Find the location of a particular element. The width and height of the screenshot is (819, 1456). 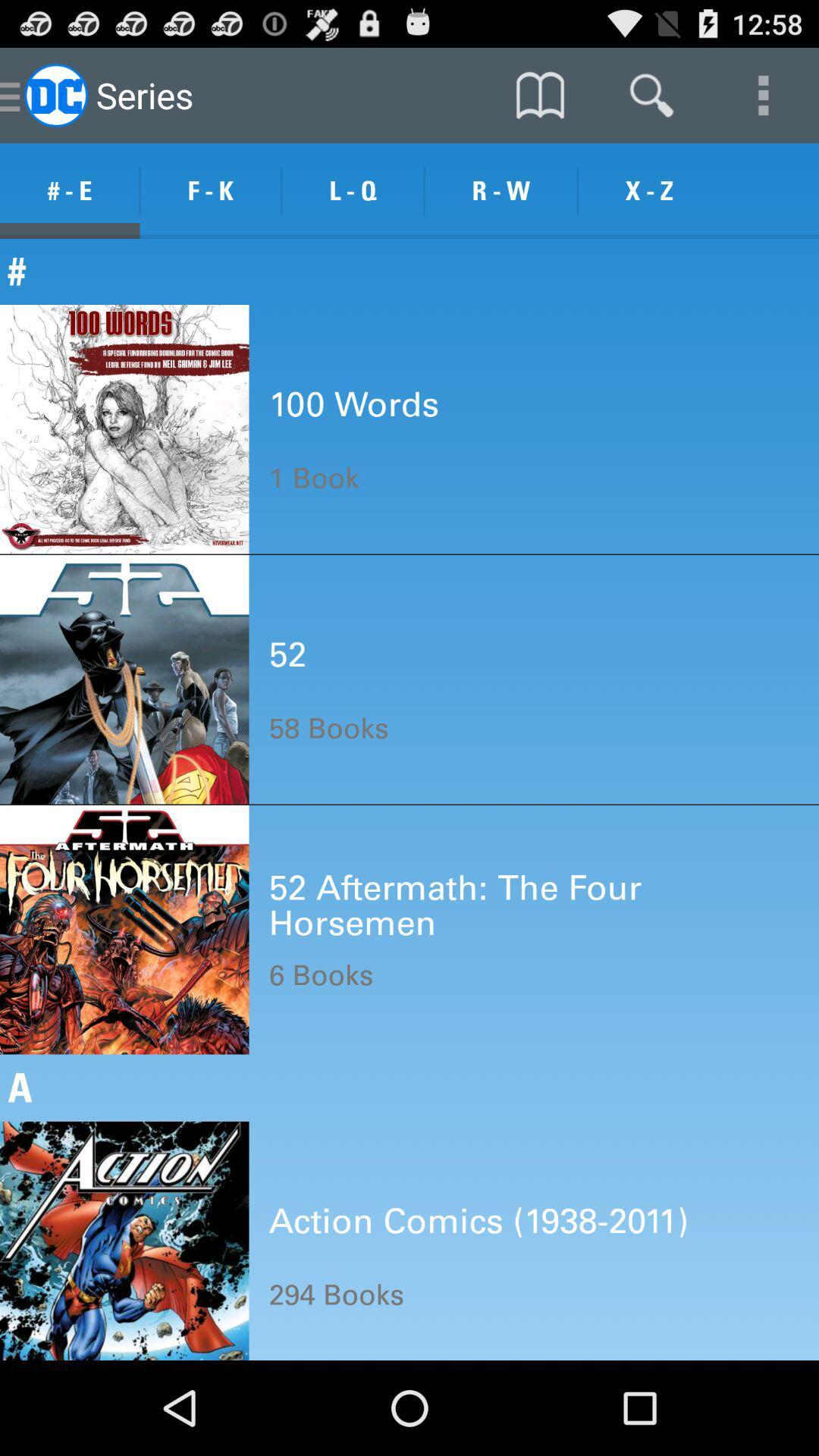

the item next to the x - z icon is located at coordinates (500, 190).